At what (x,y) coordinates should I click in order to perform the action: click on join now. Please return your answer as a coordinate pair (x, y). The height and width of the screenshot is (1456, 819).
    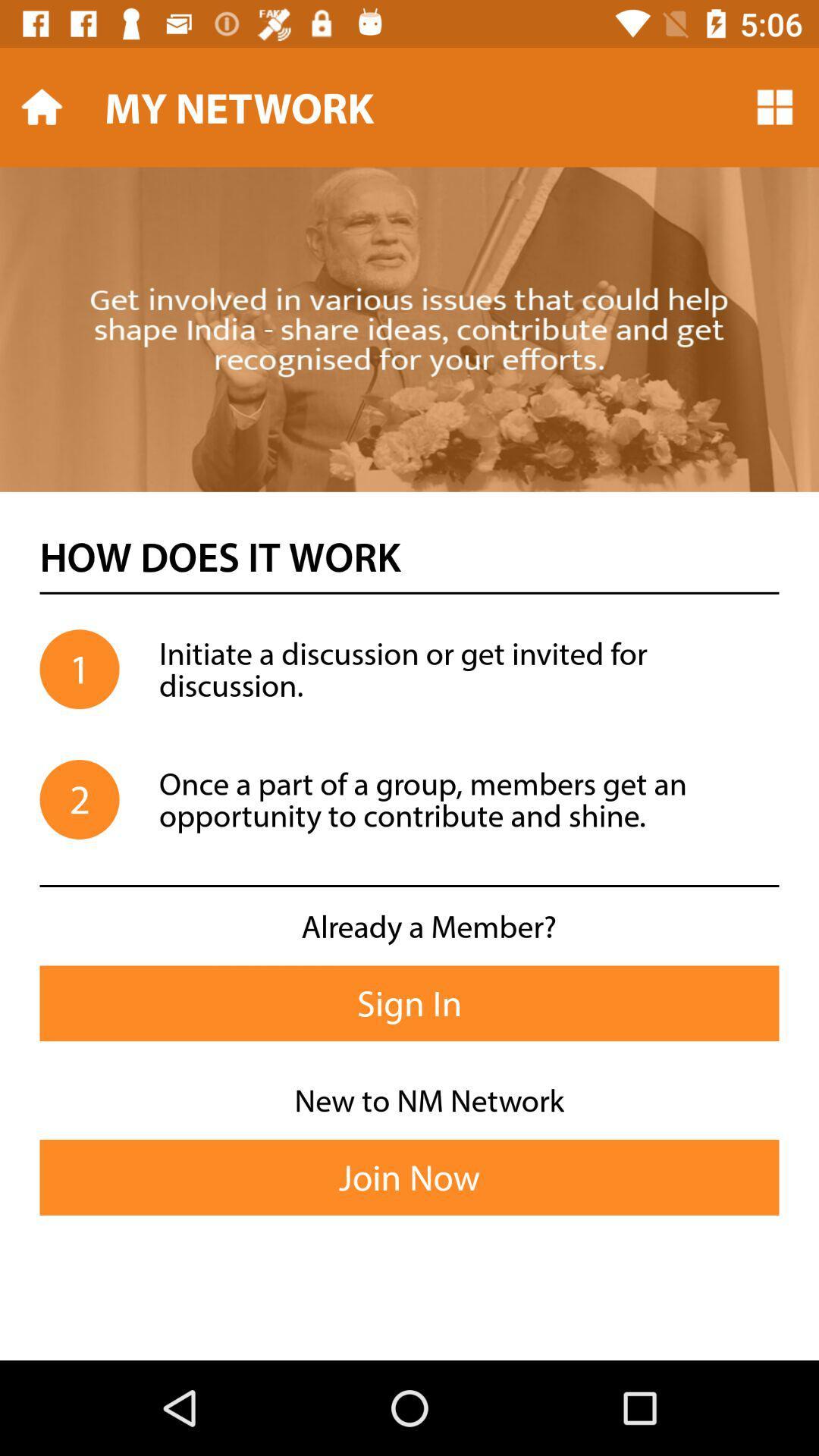
    Looking at the image, I should click on (409, 1176).